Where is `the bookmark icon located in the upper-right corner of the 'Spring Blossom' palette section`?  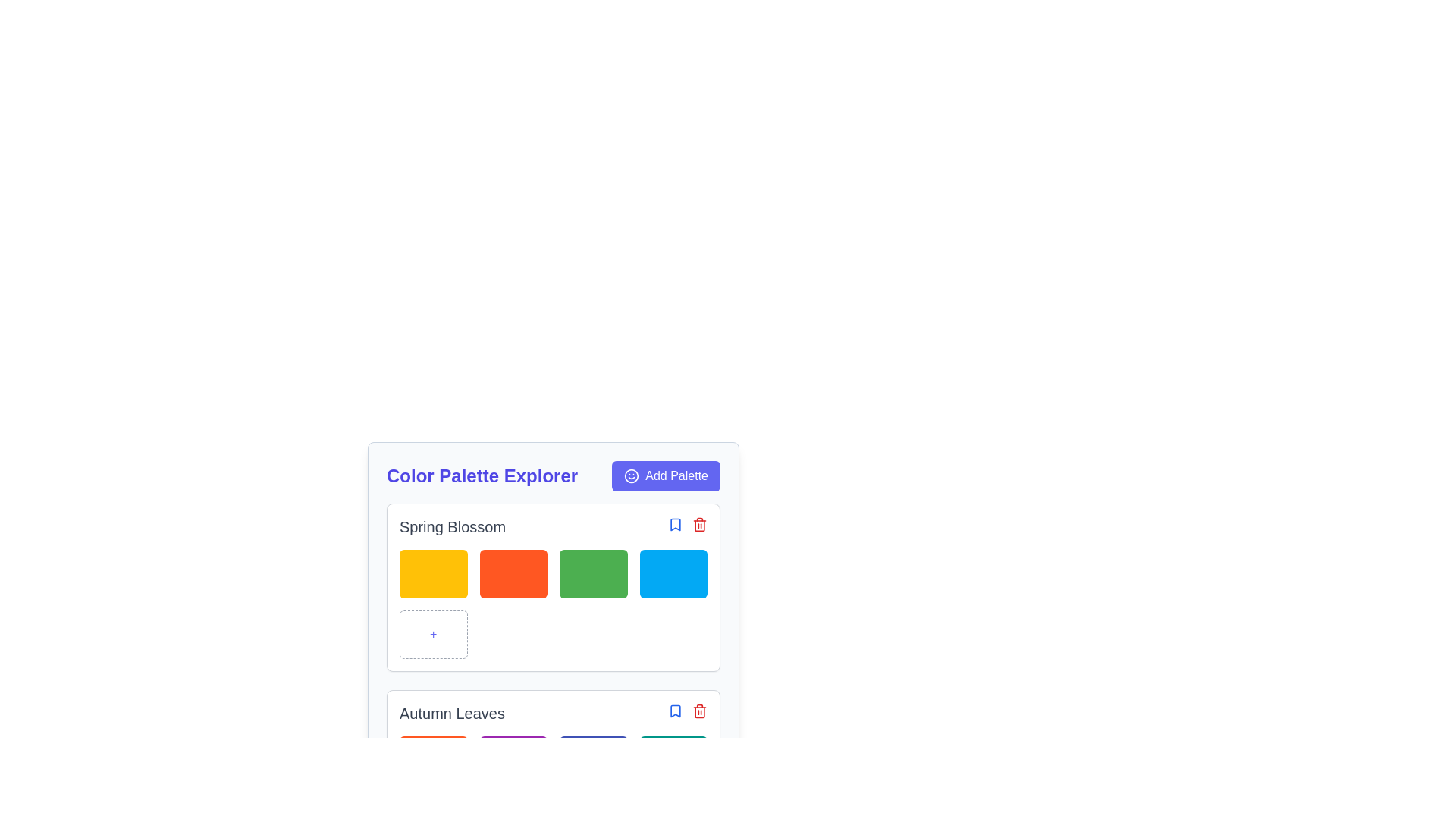
the bookmark icon located in the upper-right corner of the 'Spring Blossom' palette section is located at coordinates (675, 711).